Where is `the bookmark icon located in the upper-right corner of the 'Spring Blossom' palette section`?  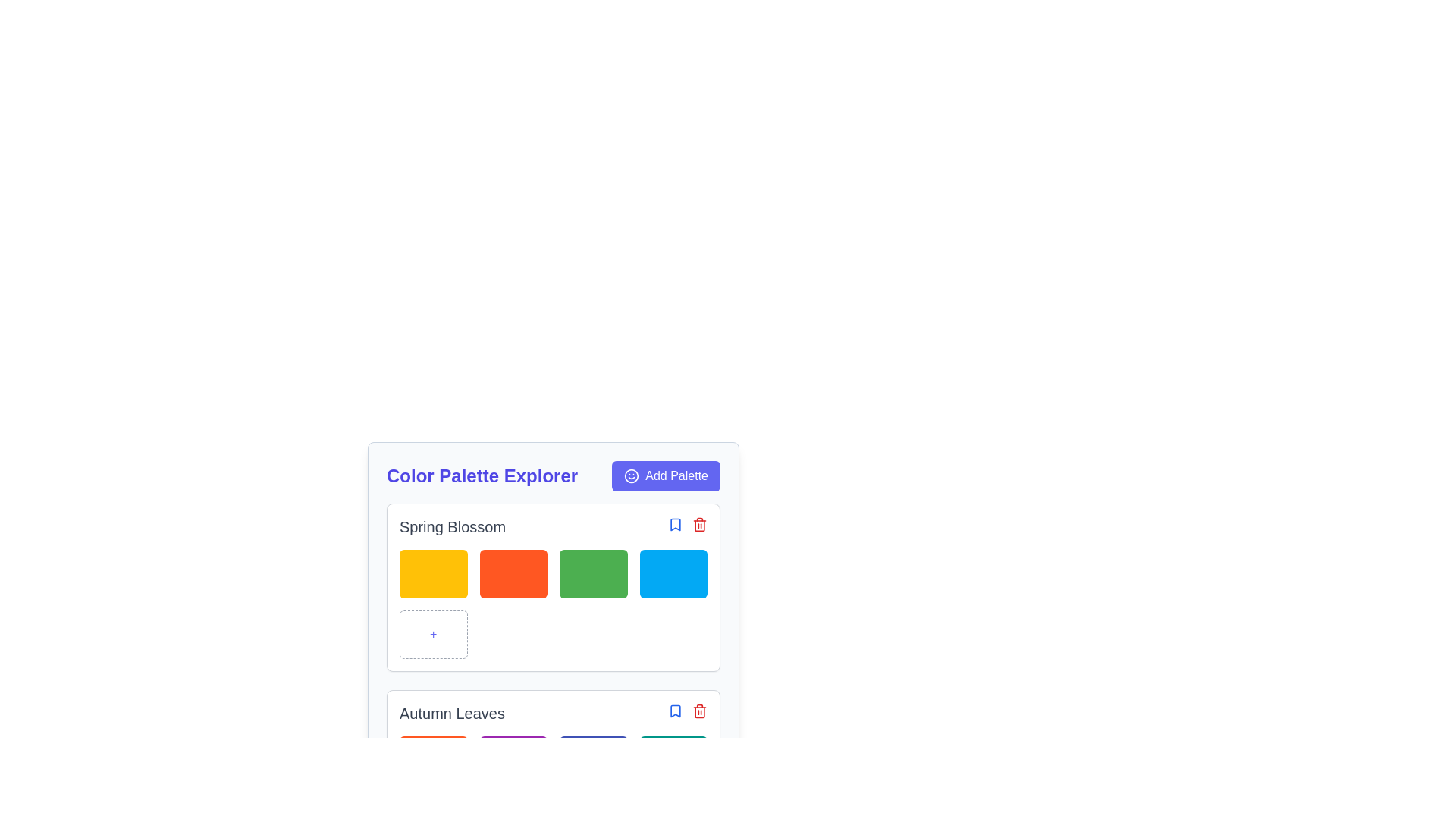
the bookmark icon located in the upper-right corner of the 'Spring Blossom' palette section is located at coordinates (675, 711).